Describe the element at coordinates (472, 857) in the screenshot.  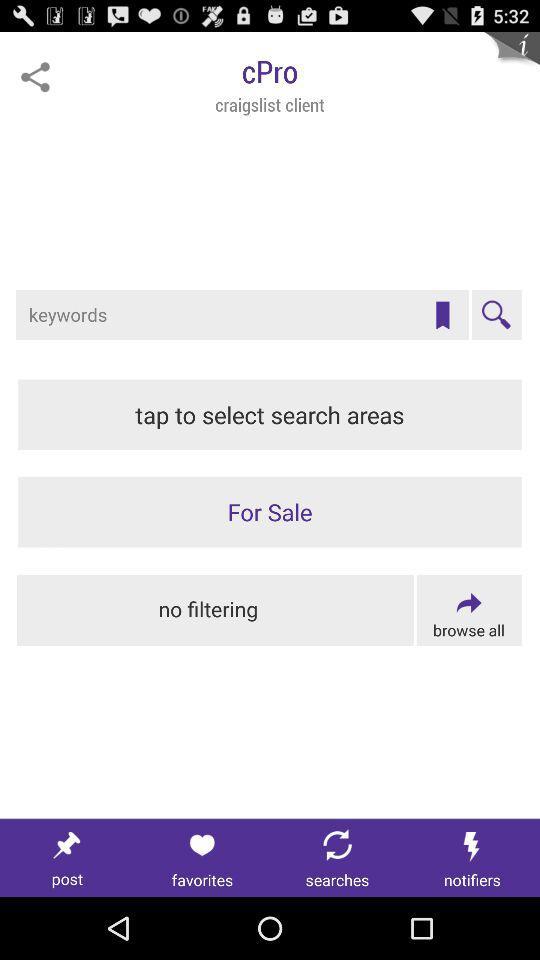
I see `change notifications` at that location.